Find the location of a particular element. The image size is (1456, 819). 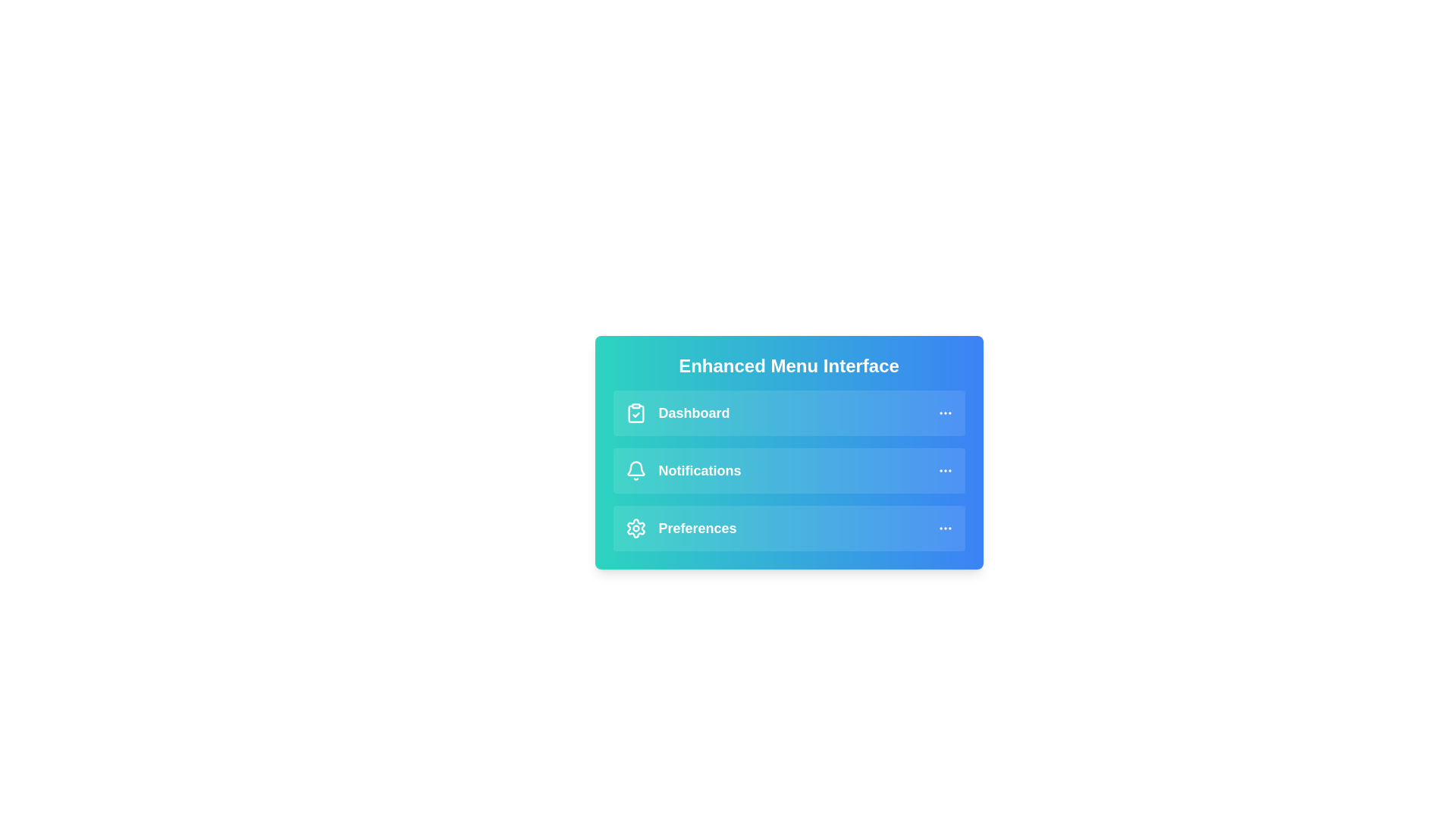

the 'Notifications' menu option, which is the second item in the vertical list of menu options is located at coordinates (682, 470).